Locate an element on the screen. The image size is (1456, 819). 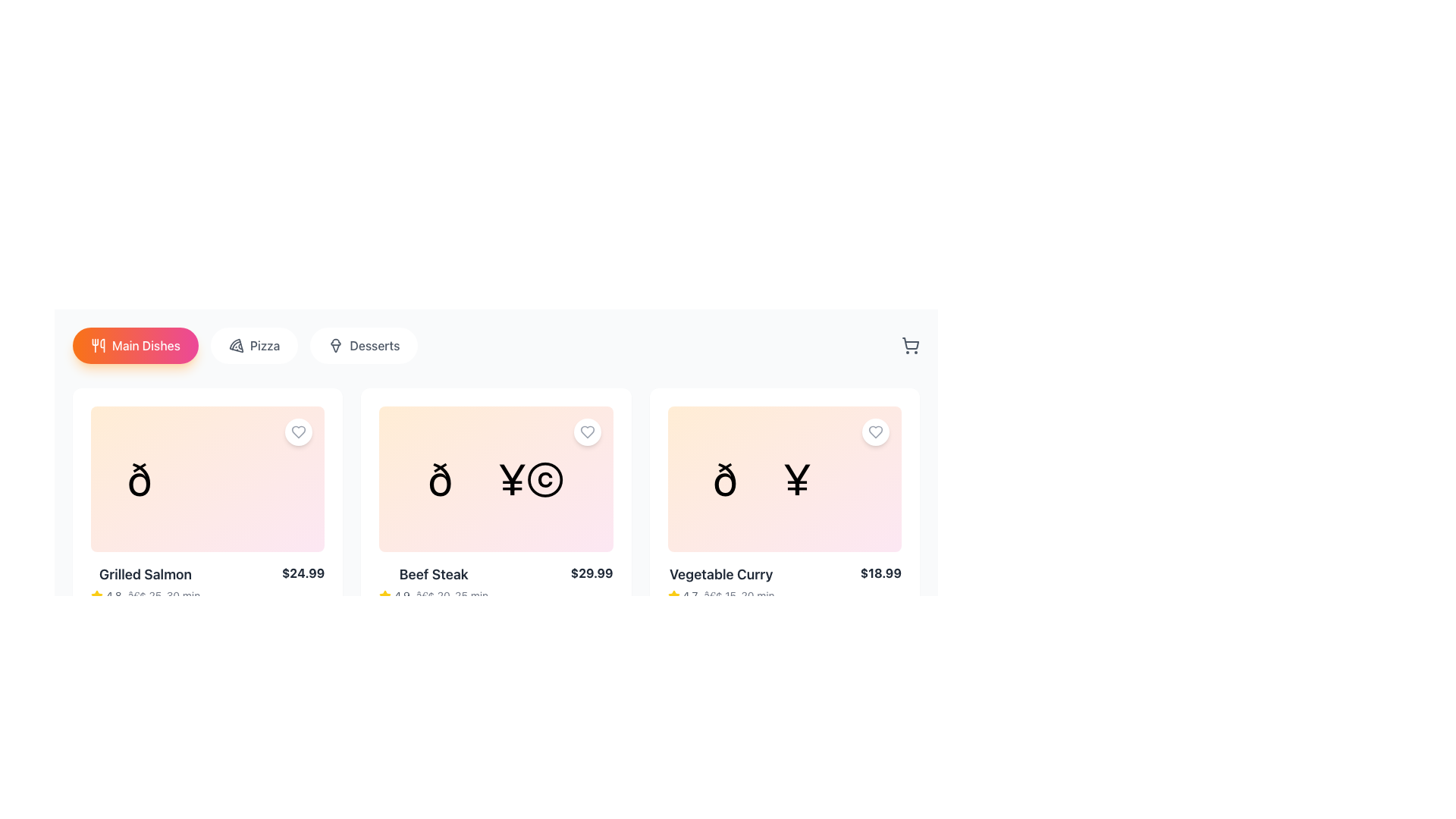
information displayed in the Informational Label for 'Grilled Salmon', which includes the title in bold, a rating with a yellow star, and a time estimate, located at the bottom-left corner of the first card in the 'Main Dishes' category is located at coordinates (146, 583).